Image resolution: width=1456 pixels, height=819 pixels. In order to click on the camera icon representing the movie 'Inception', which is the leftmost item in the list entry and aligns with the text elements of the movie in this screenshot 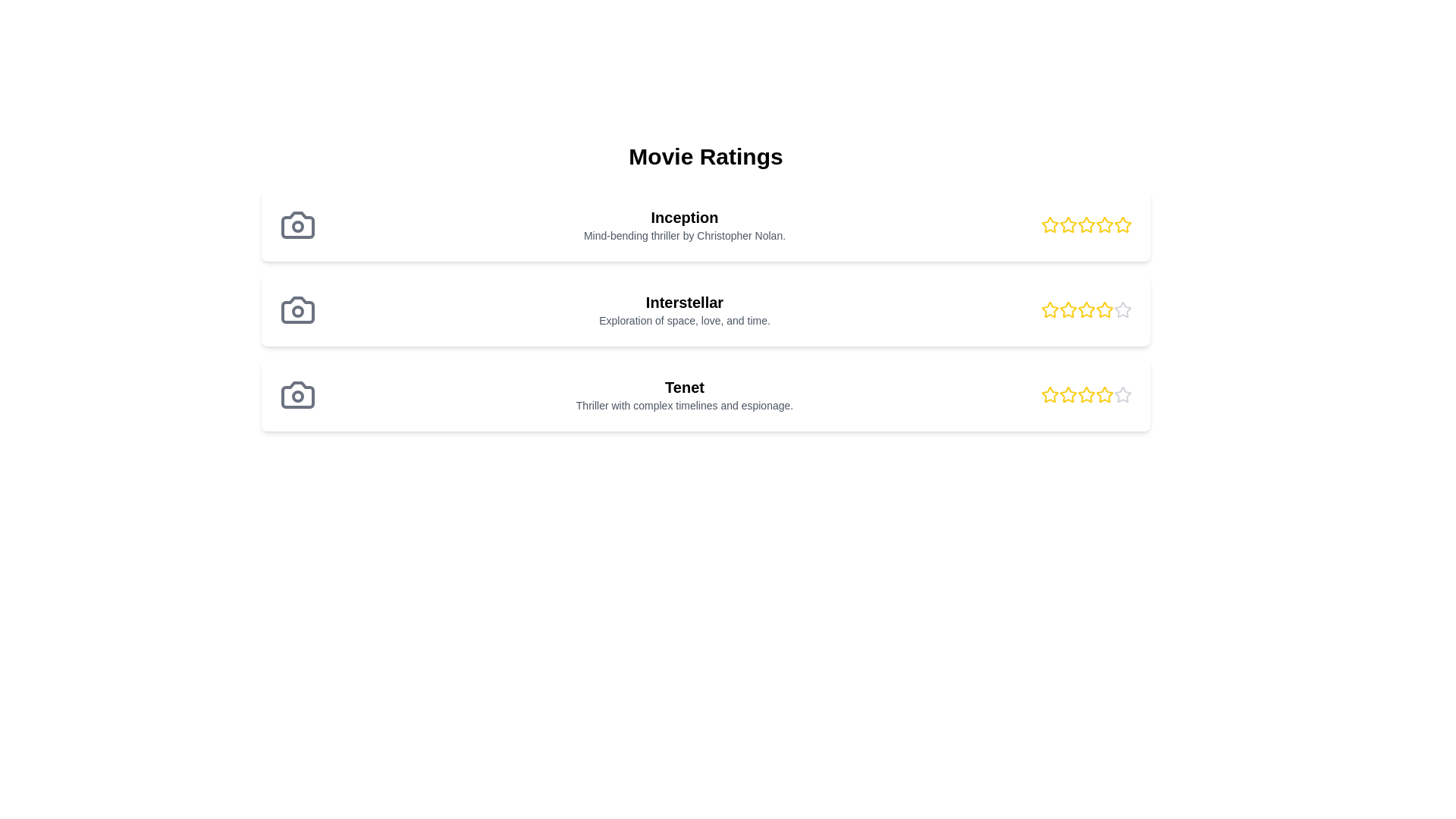, I will do `click(298, 225)`.